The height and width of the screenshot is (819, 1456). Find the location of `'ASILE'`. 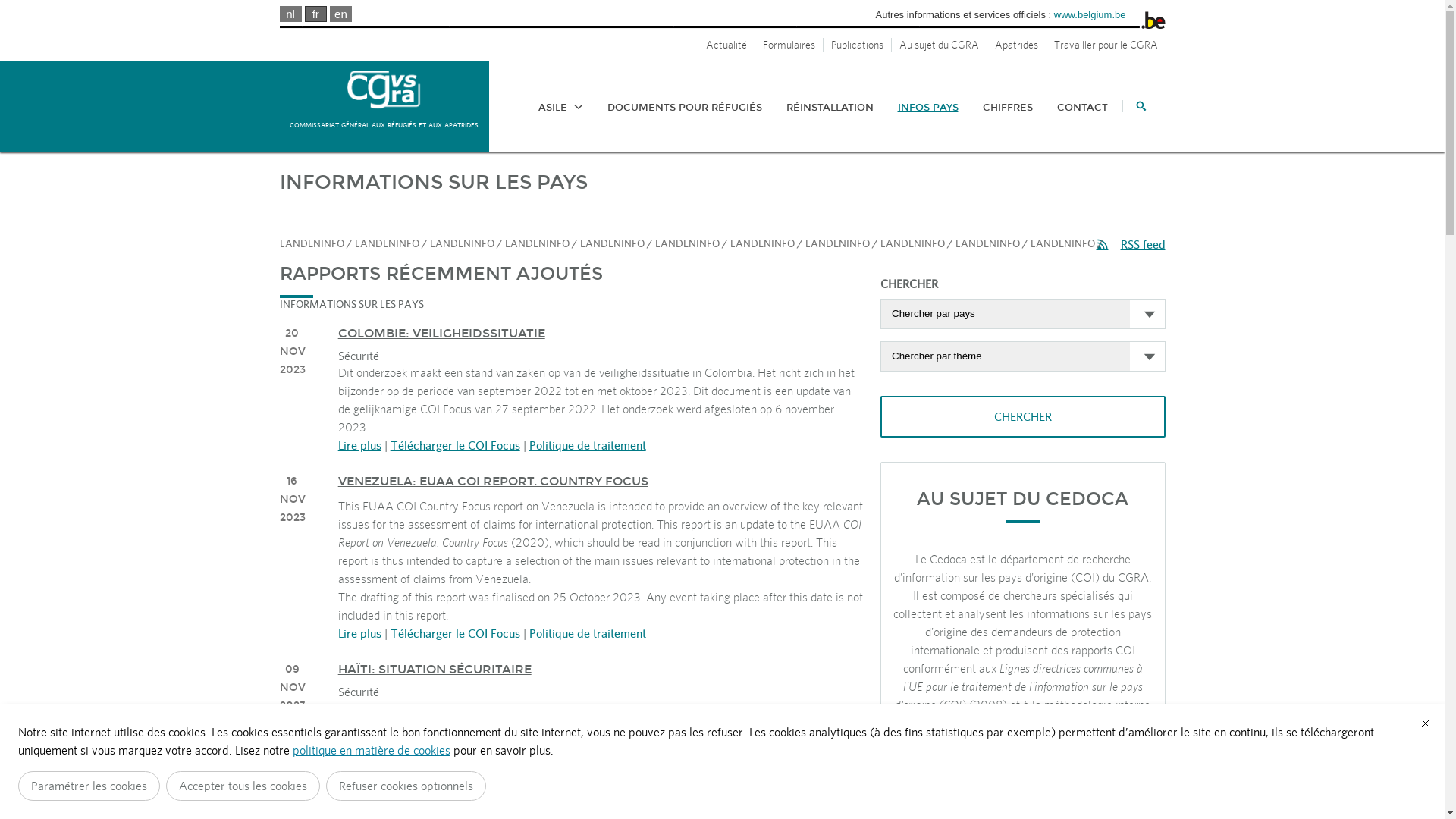

'ASILE' is located at coordinates (560, 106).